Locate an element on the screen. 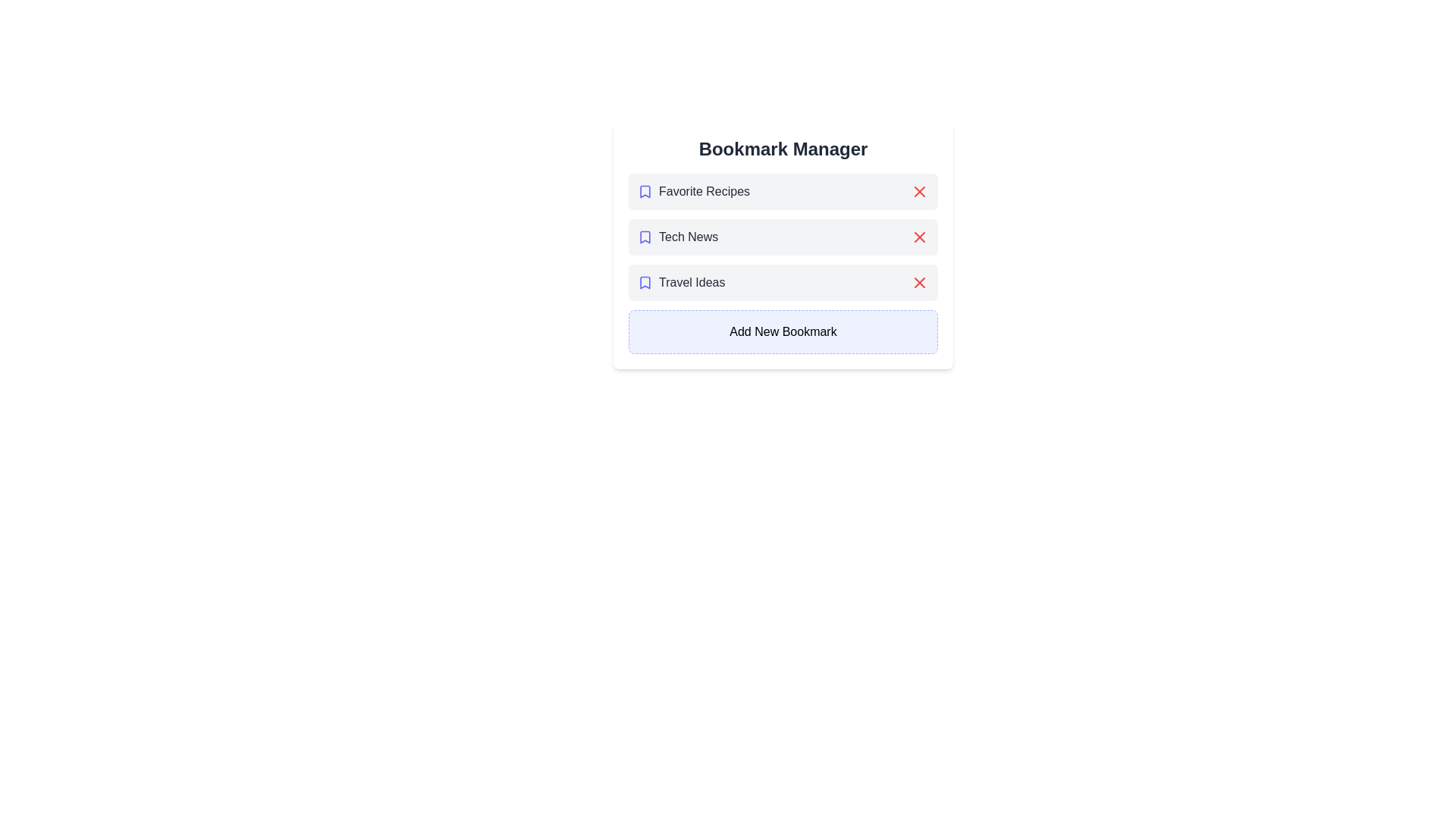 The width and height of the screenshot is (1456, 819). the 'Add New Bookmark' button to add a new bookmark is located at coordinates (783, 331).